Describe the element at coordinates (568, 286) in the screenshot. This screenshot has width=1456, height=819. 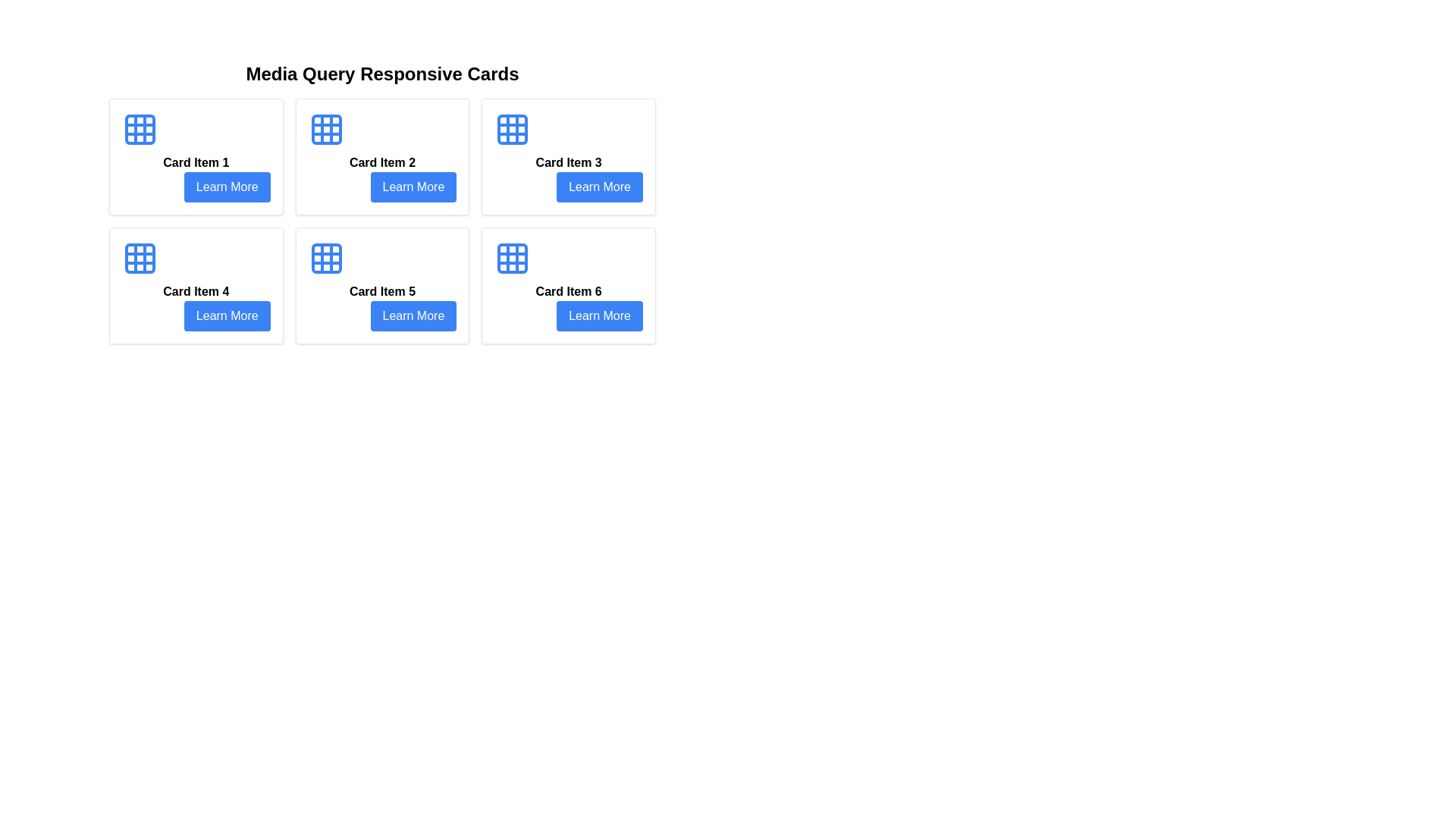
I see `the informational card located in the lower right corner of the grid layout` at that location.